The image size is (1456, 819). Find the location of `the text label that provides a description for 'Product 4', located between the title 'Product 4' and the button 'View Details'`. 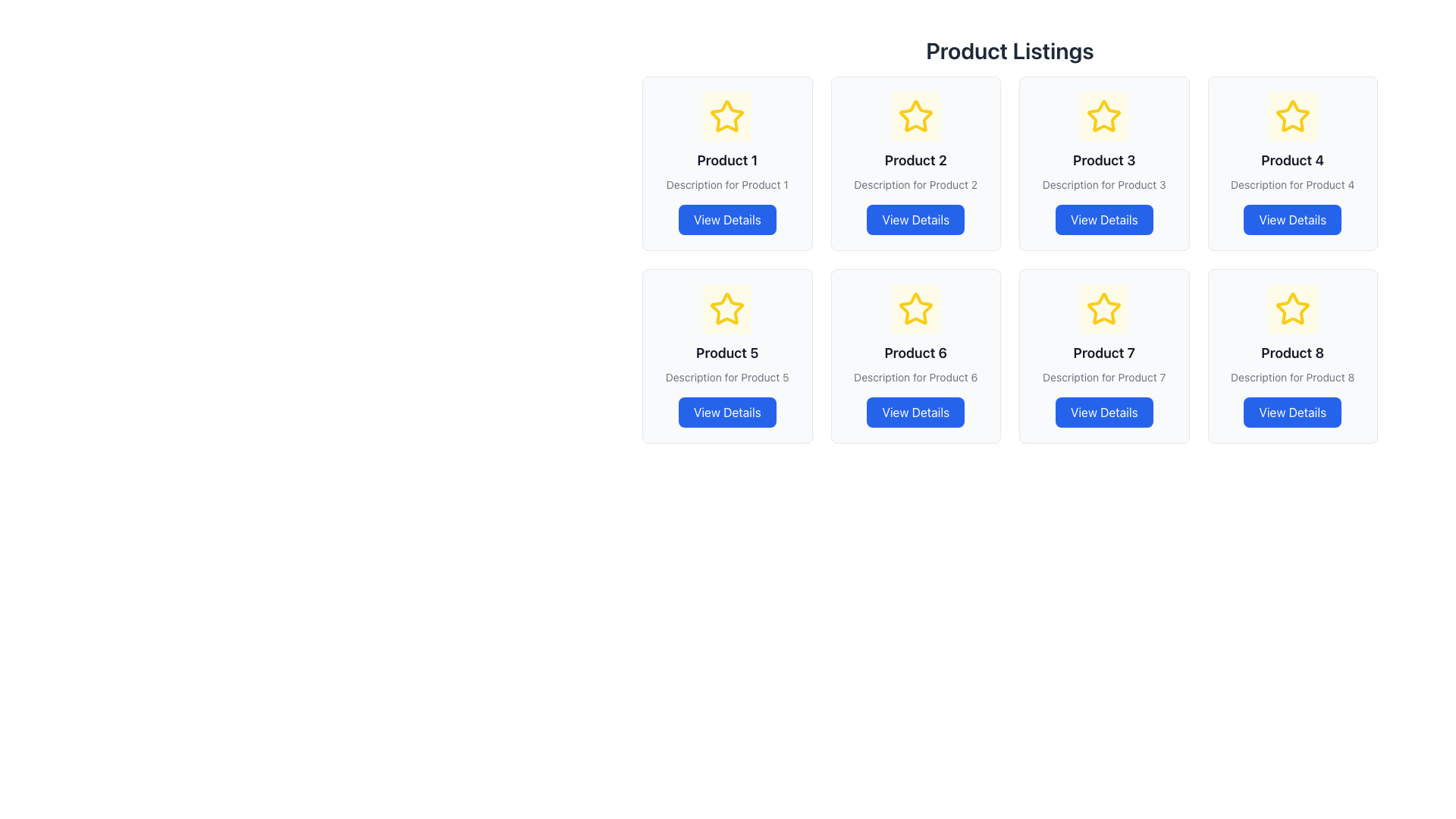

the text label that provides a description for 'Product 4', located between the title 'Product 4' and the button 'View Details' is located at coordinates (1291, 184).